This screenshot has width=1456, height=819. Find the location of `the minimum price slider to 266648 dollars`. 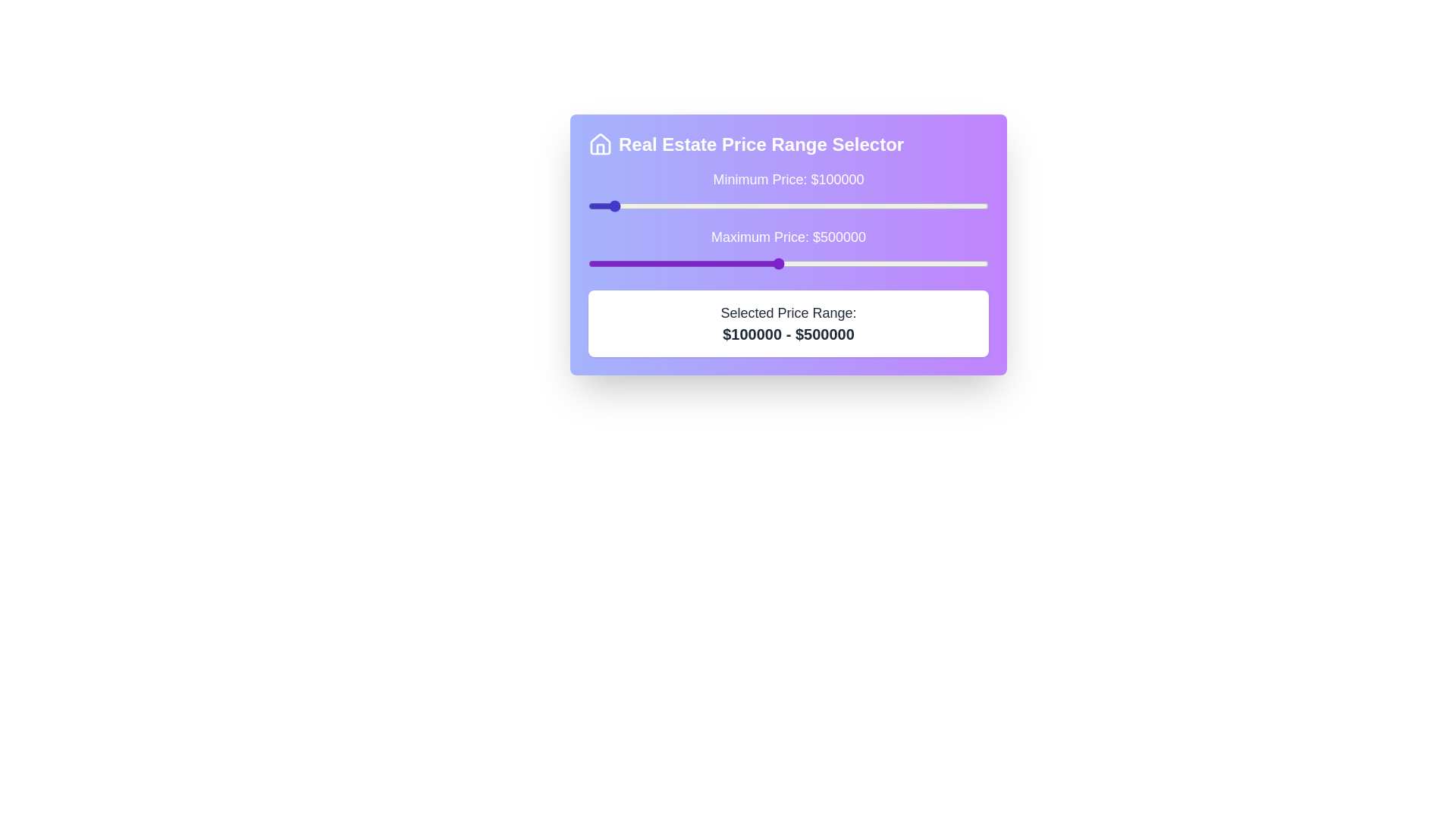

the minimum price slider to 266648 dollars is located at coordinates (679, 206).